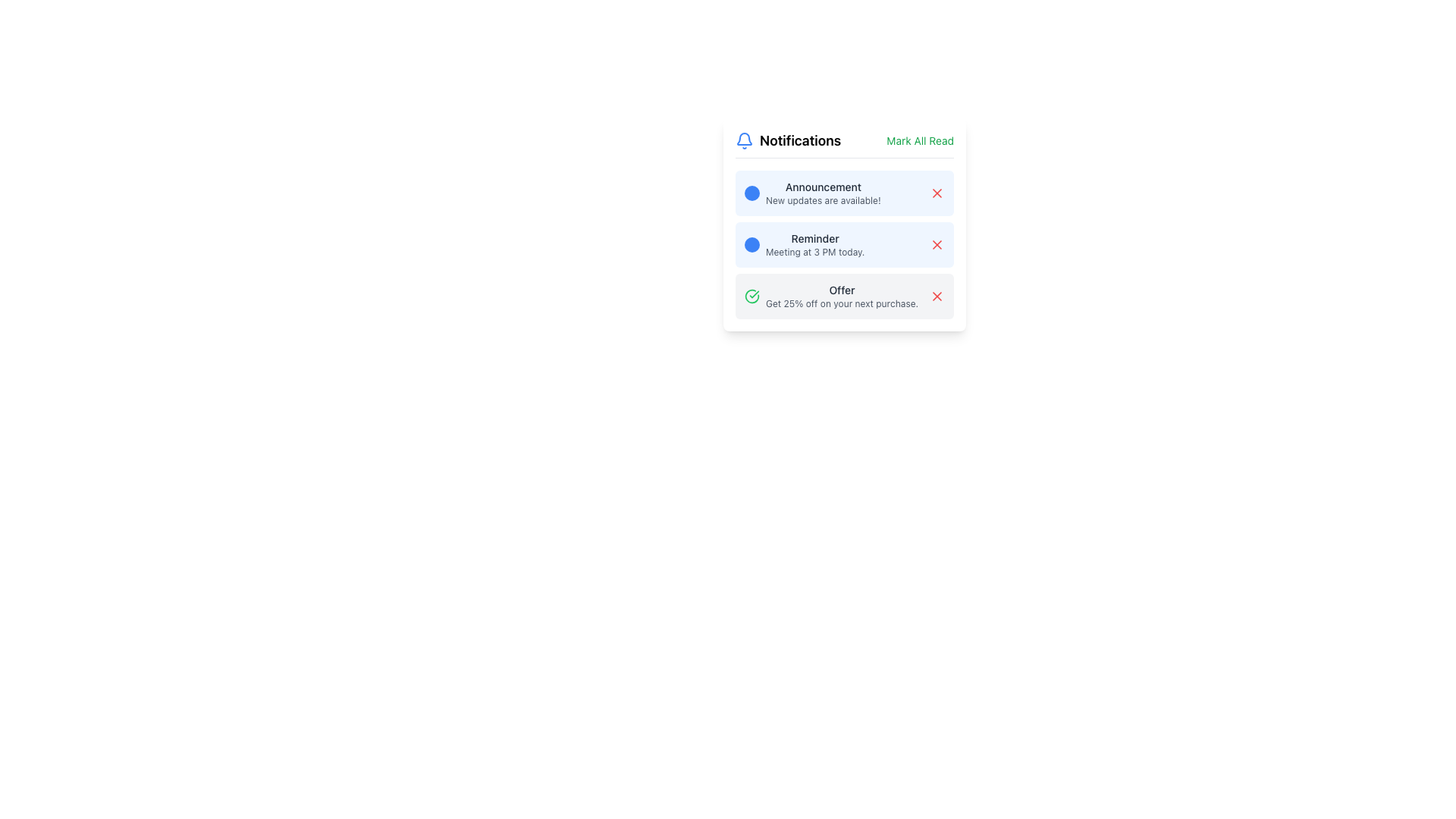 The image size is (1456, 819). Describe the element at coordinates (843, 244) in the screenshot. I see `the notification card displaying a meeting reminder at 3 PM` at that location.